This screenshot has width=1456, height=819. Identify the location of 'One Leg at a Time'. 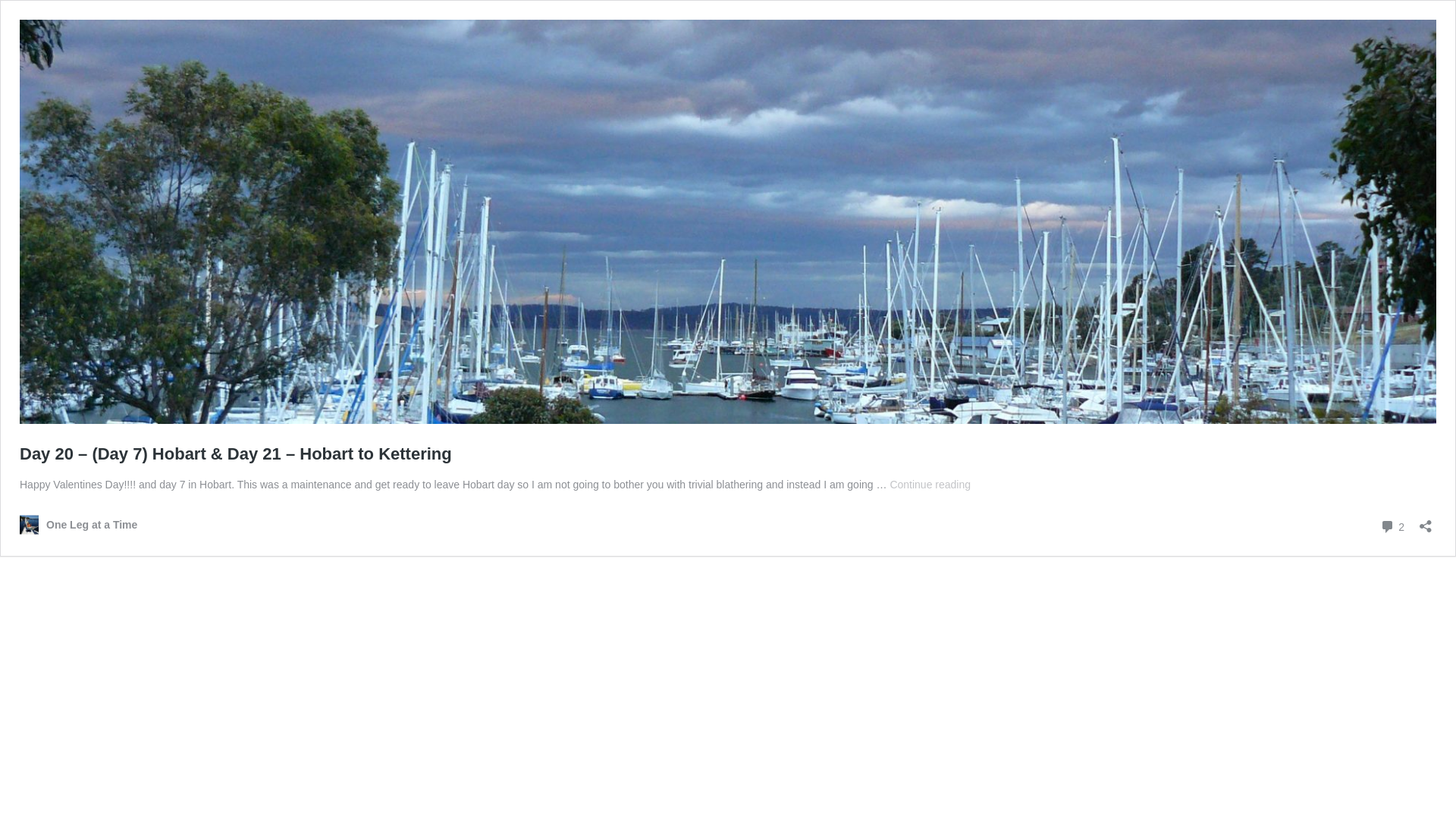
(77, 524).